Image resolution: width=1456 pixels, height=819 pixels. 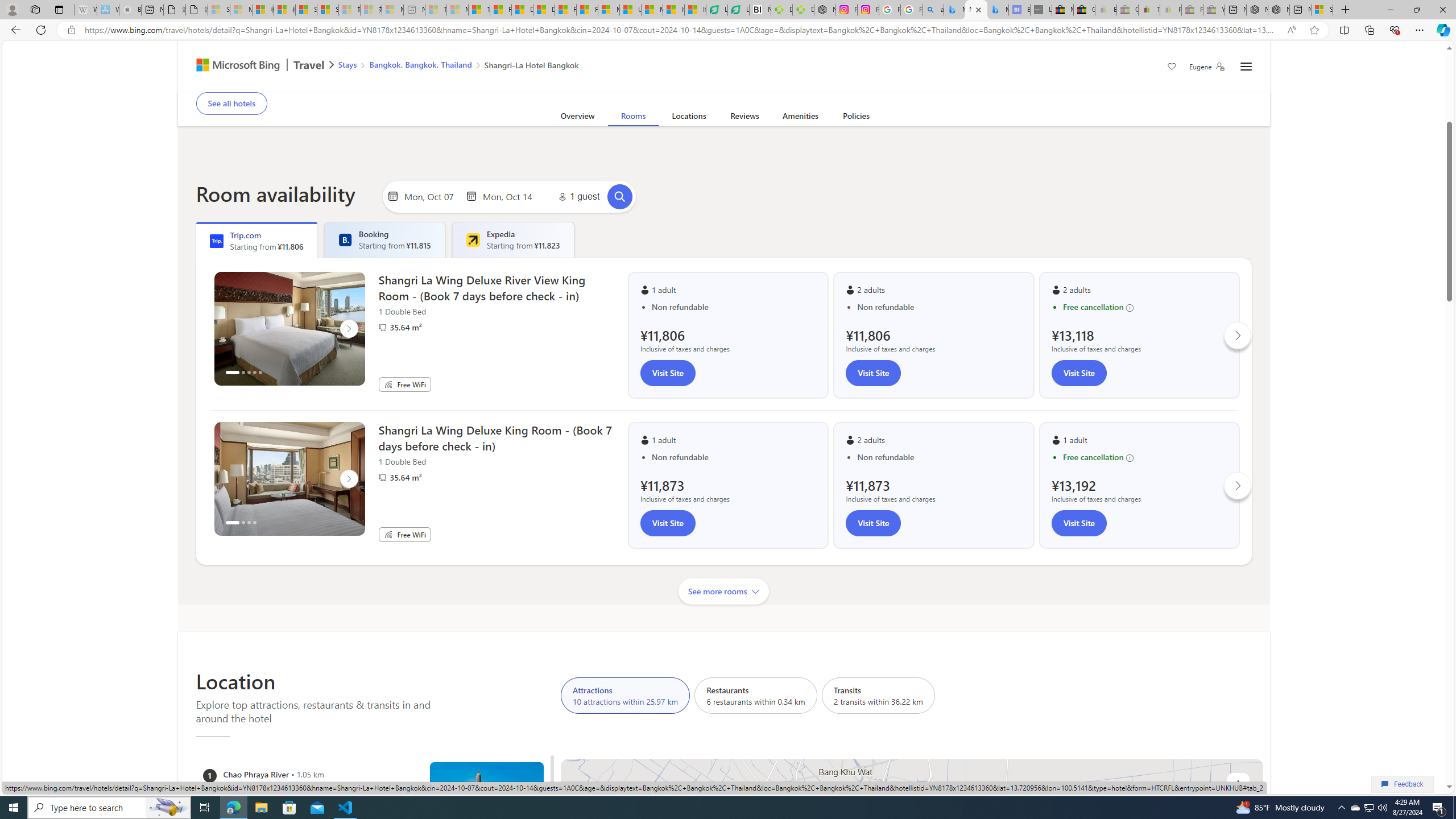 I want to click on 'Zoom in', so click(x=1238, y=784).